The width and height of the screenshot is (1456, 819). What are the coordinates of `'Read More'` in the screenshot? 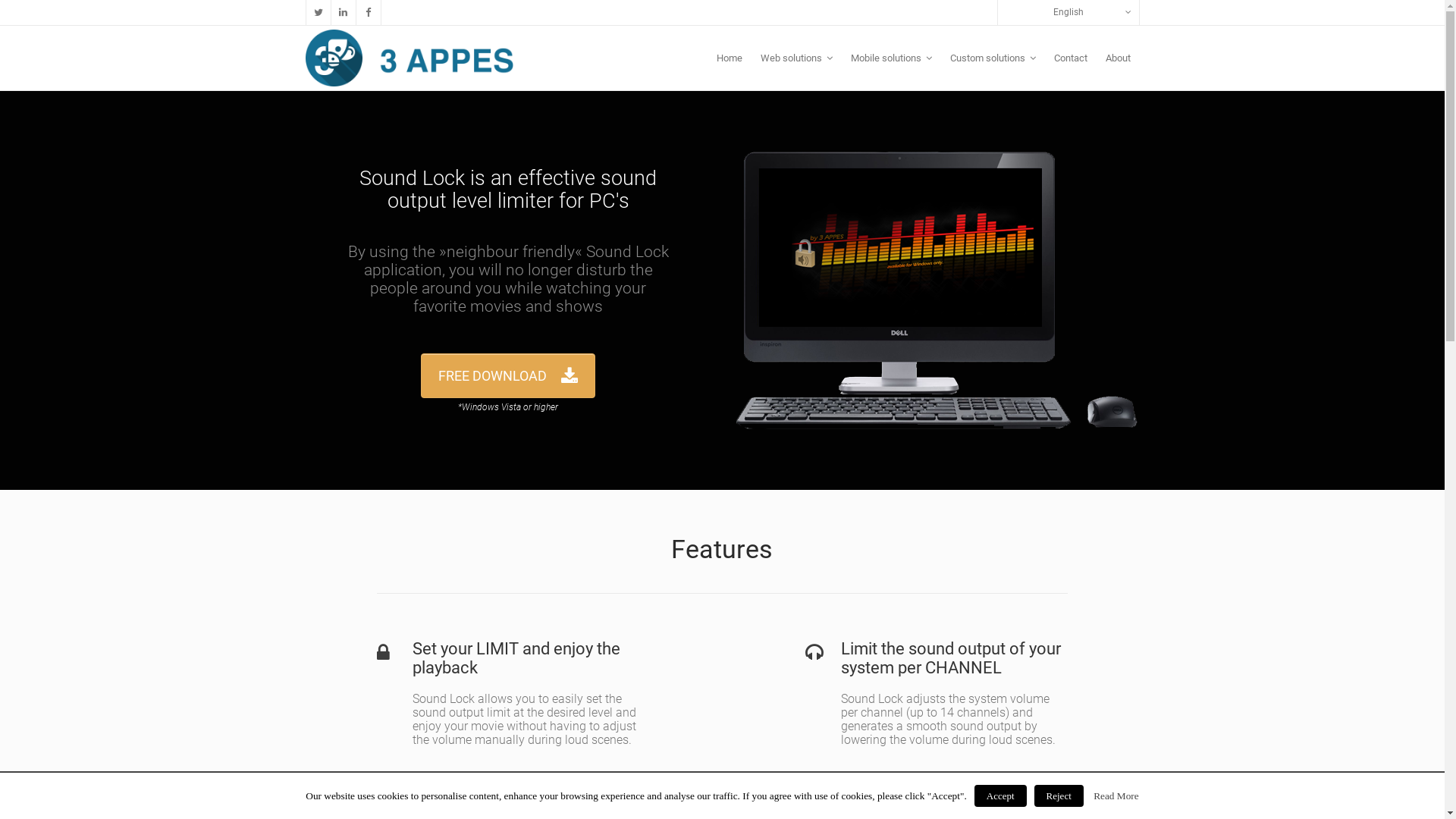 It's located at (1093, 795).